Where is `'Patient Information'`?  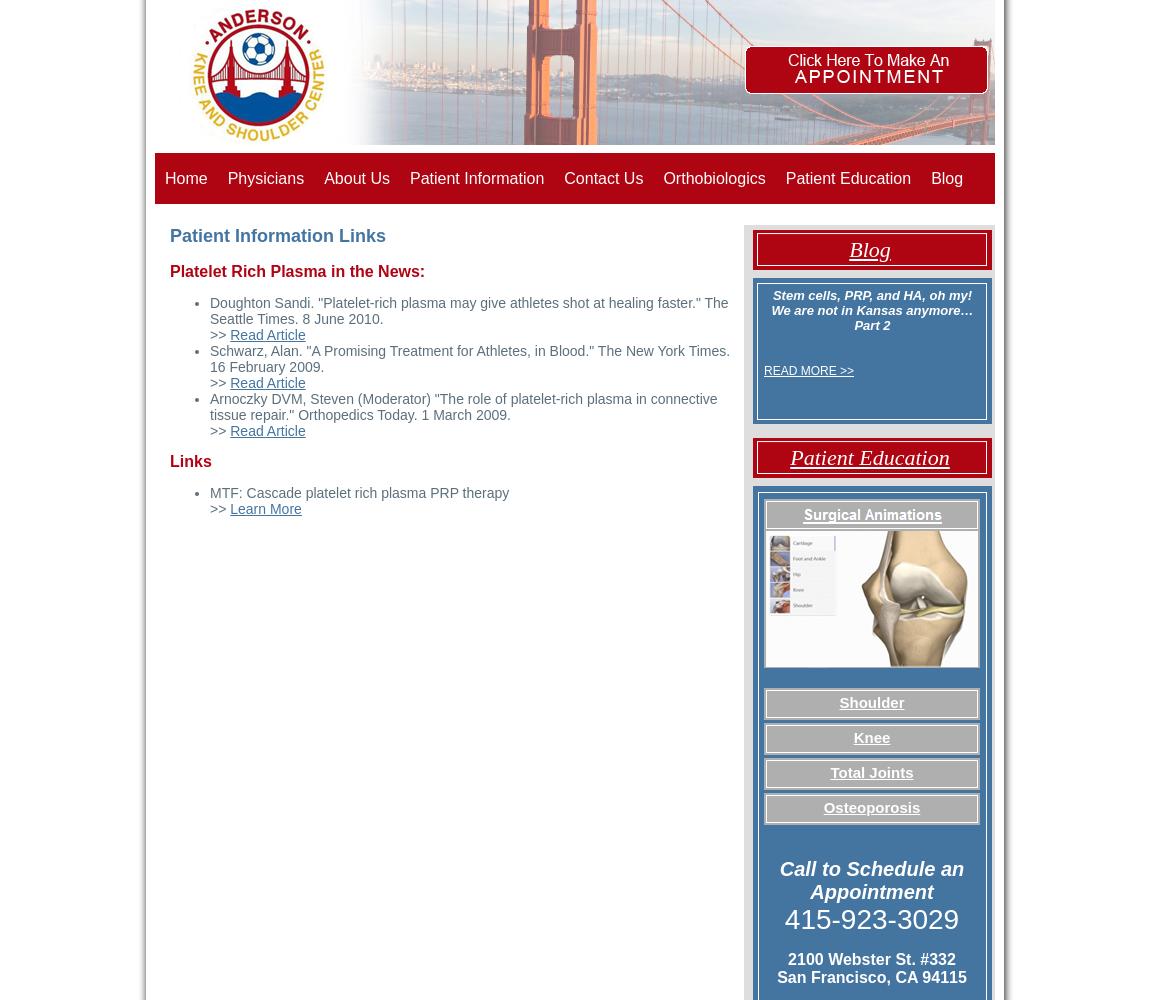
'Patient Information' is located at coordinates (476, 178).